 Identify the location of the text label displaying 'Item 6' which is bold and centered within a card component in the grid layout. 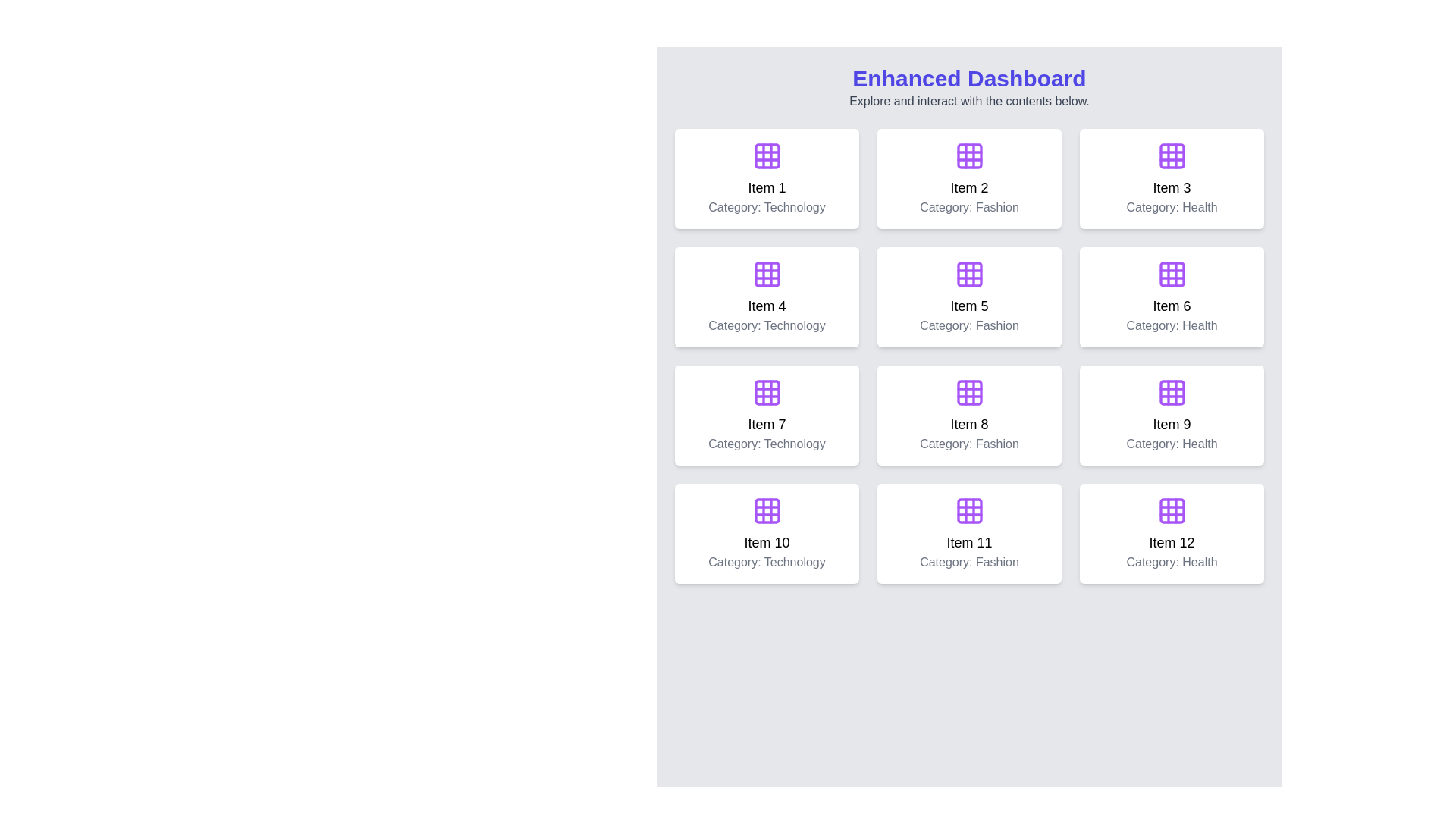
(1171, 306).